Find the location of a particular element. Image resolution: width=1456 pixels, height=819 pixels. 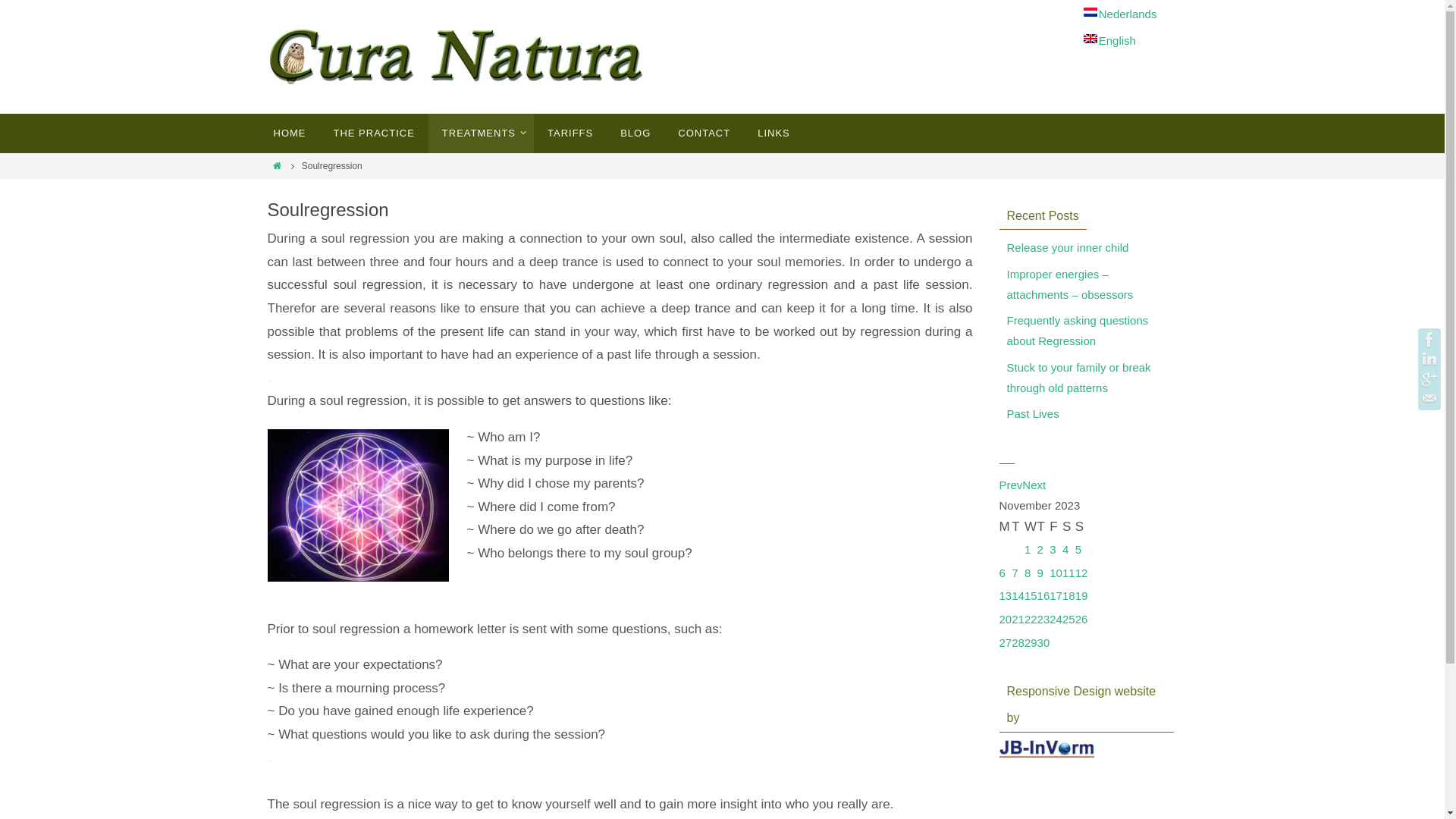

'Responsive Design website by' is located at coordinates (999, 755).